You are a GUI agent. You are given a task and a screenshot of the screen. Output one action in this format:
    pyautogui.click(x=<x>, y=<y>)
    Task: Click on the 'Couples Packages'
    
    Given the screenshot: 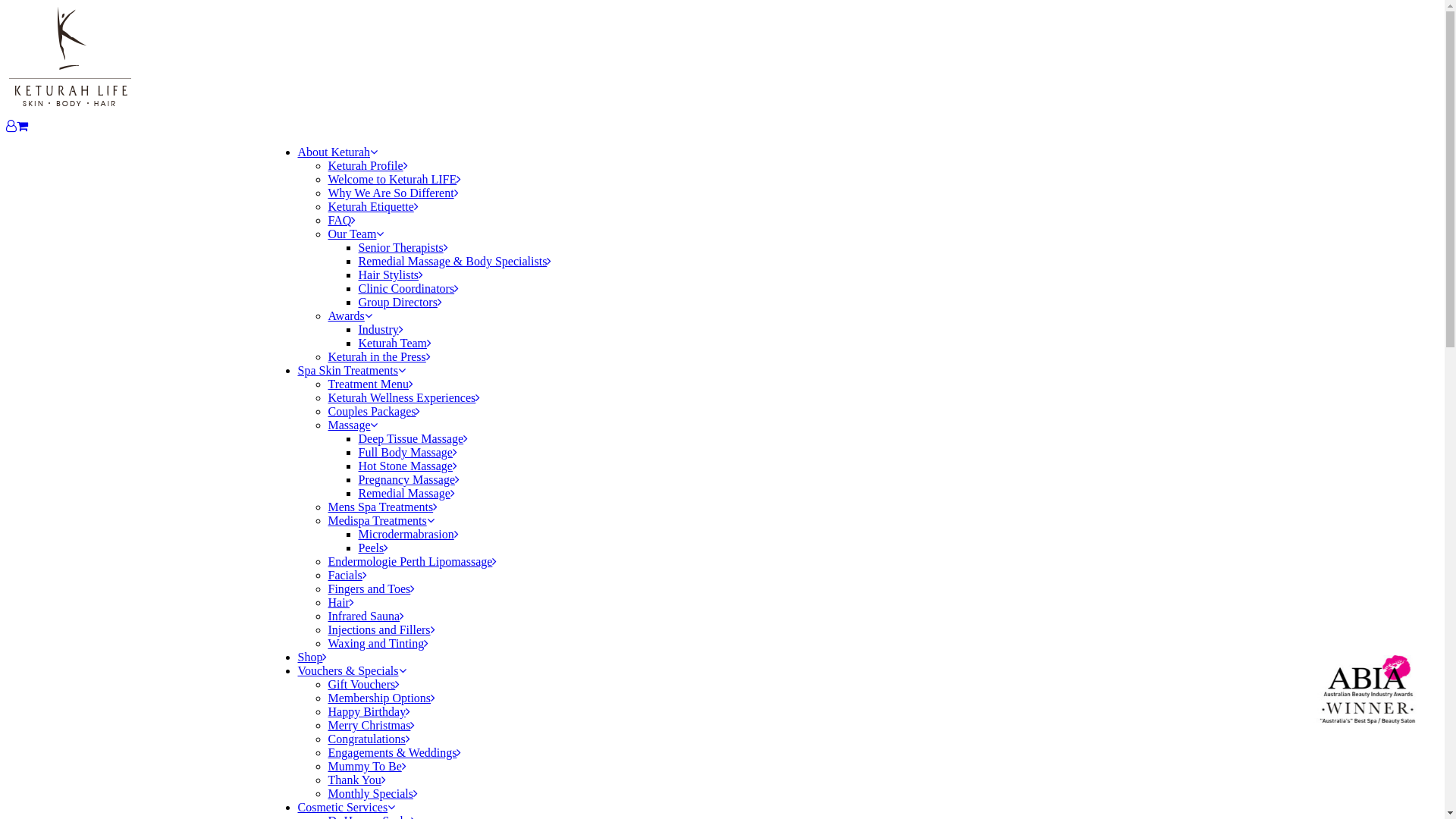 What is the action you would take?
    pyautogui.click(x=374, y=411)
    